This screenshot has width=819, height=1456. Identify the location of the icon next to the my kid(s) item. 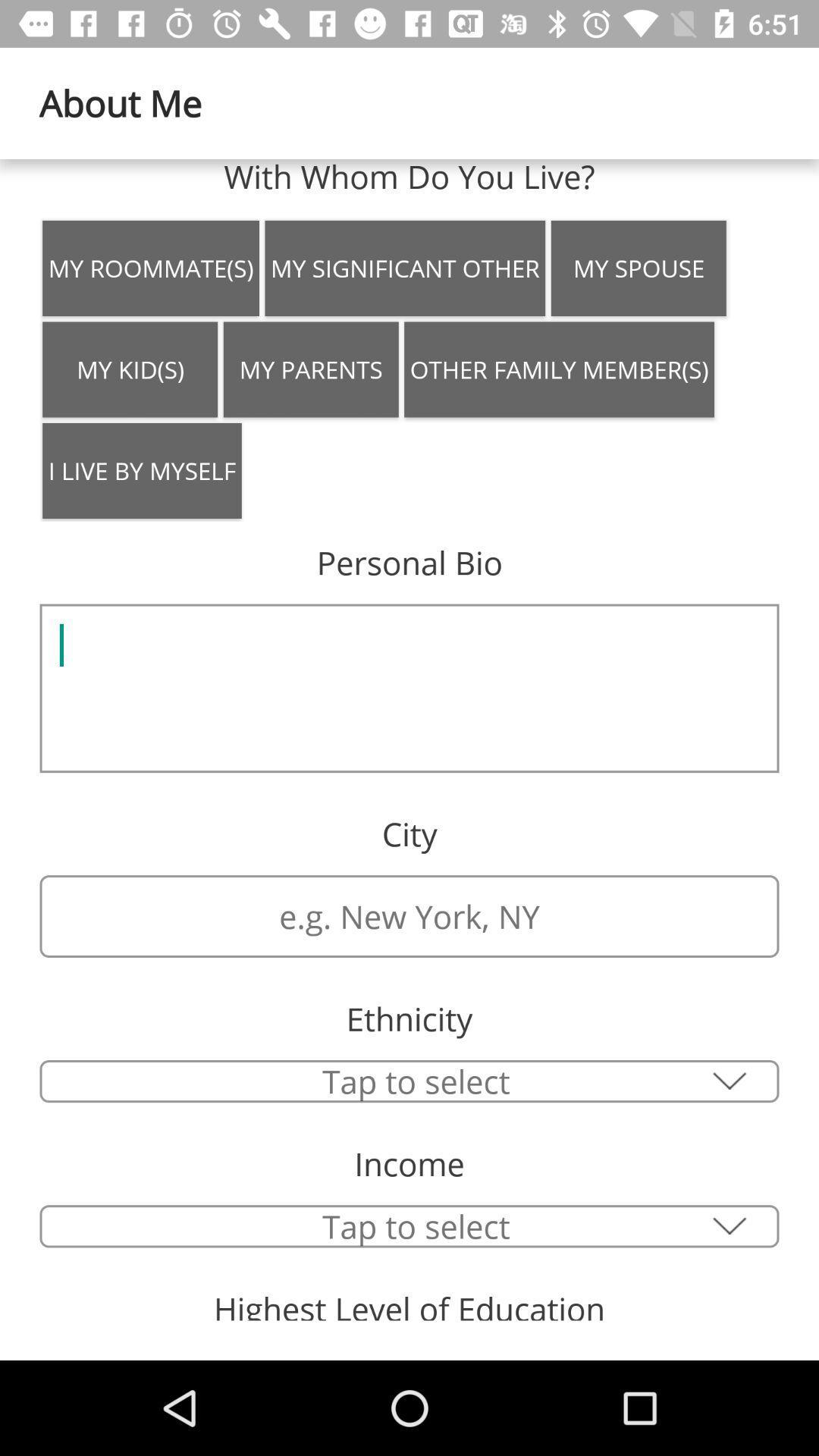
(310, 369).